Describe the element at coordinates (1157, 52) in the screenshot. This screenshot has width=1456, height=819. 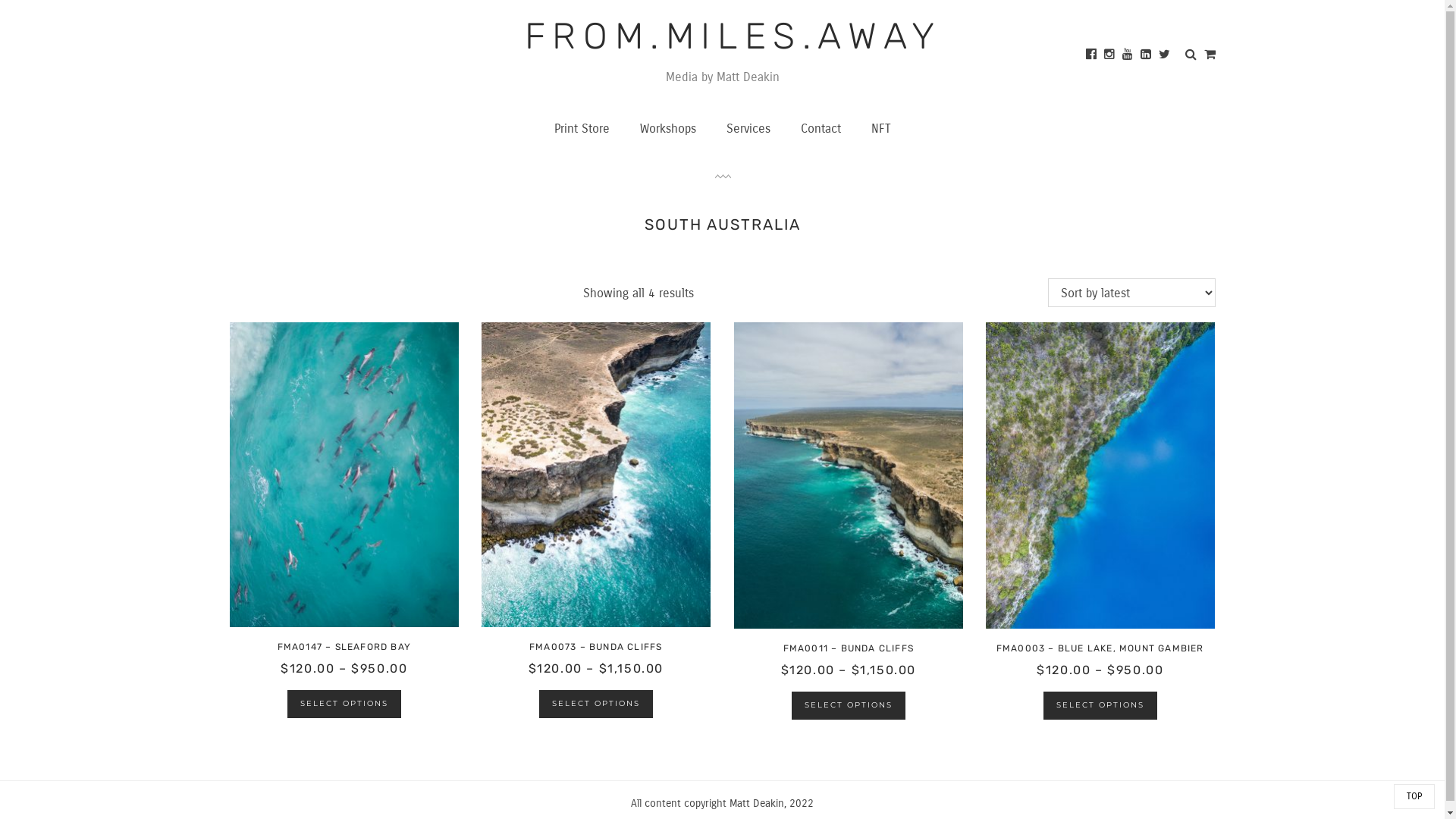
I see `'Twitter'` at that location.